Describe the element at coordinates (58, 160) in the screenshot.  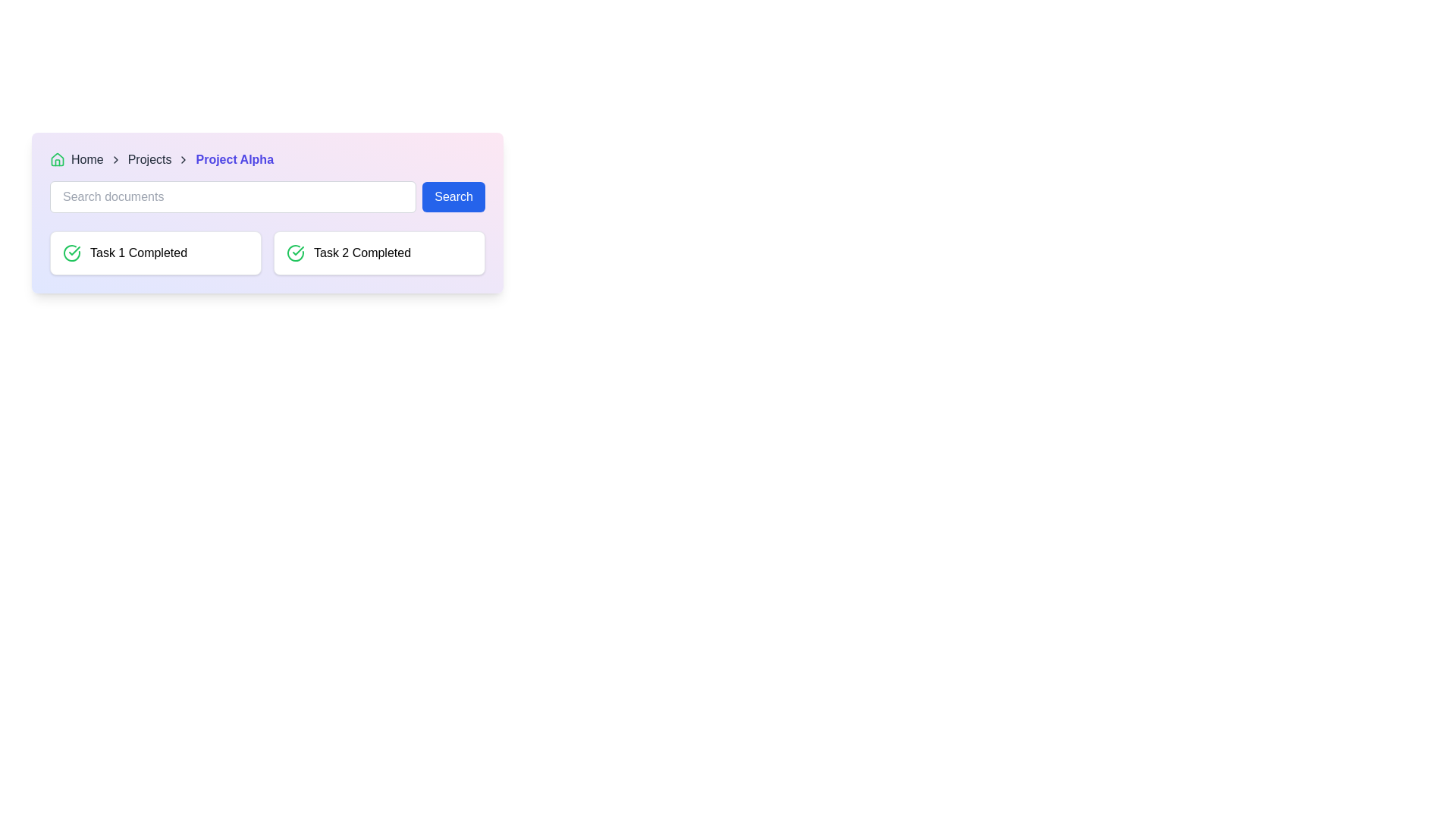
I see `the 'Home' icon in the navigation bar, which is positioned to the leftmost side and precedes the text 'Home'` at that location.